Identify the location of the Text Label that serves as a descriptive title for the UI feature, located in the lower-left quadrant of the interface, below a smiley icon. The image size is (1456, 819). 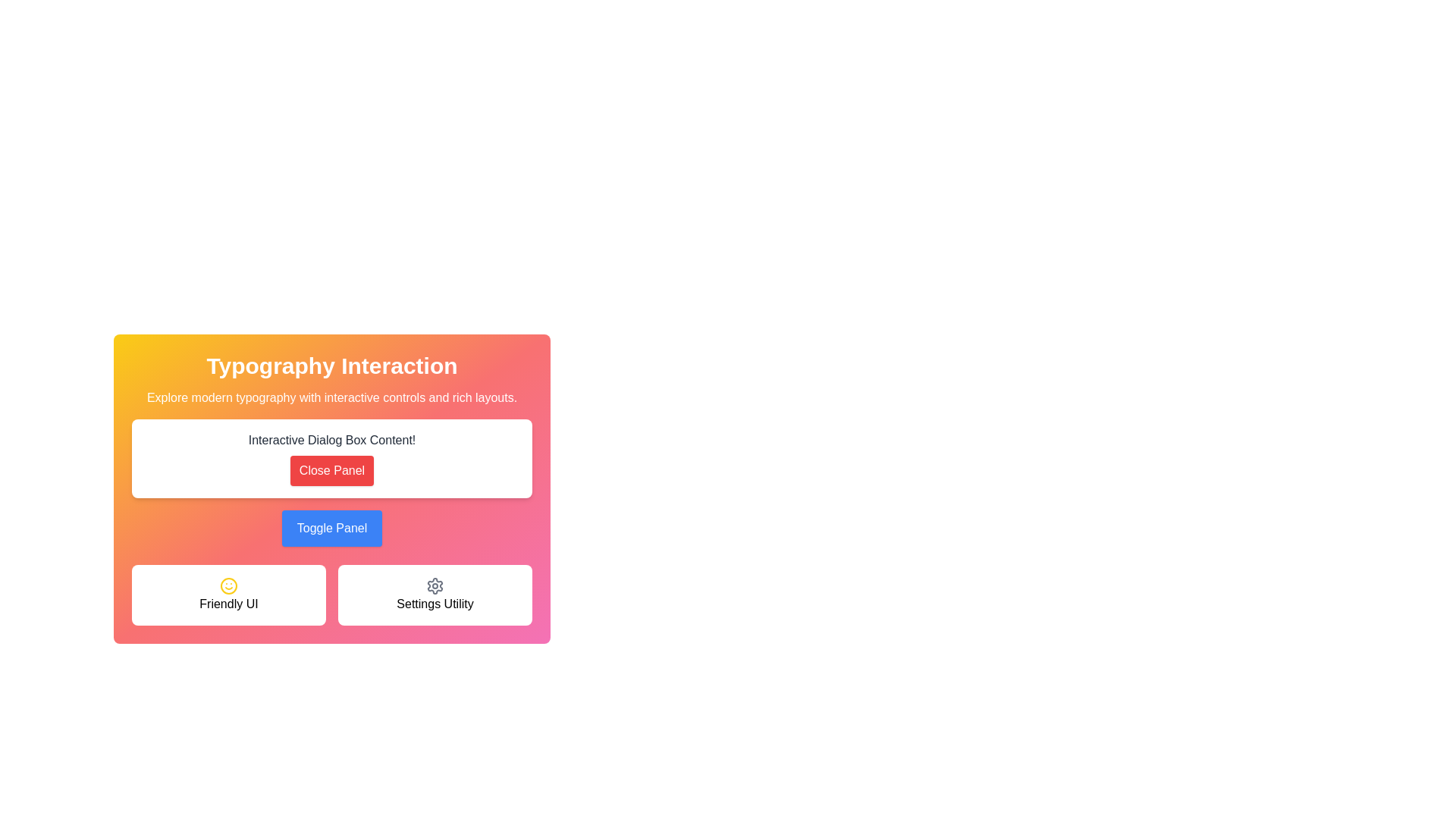
(228, 604).